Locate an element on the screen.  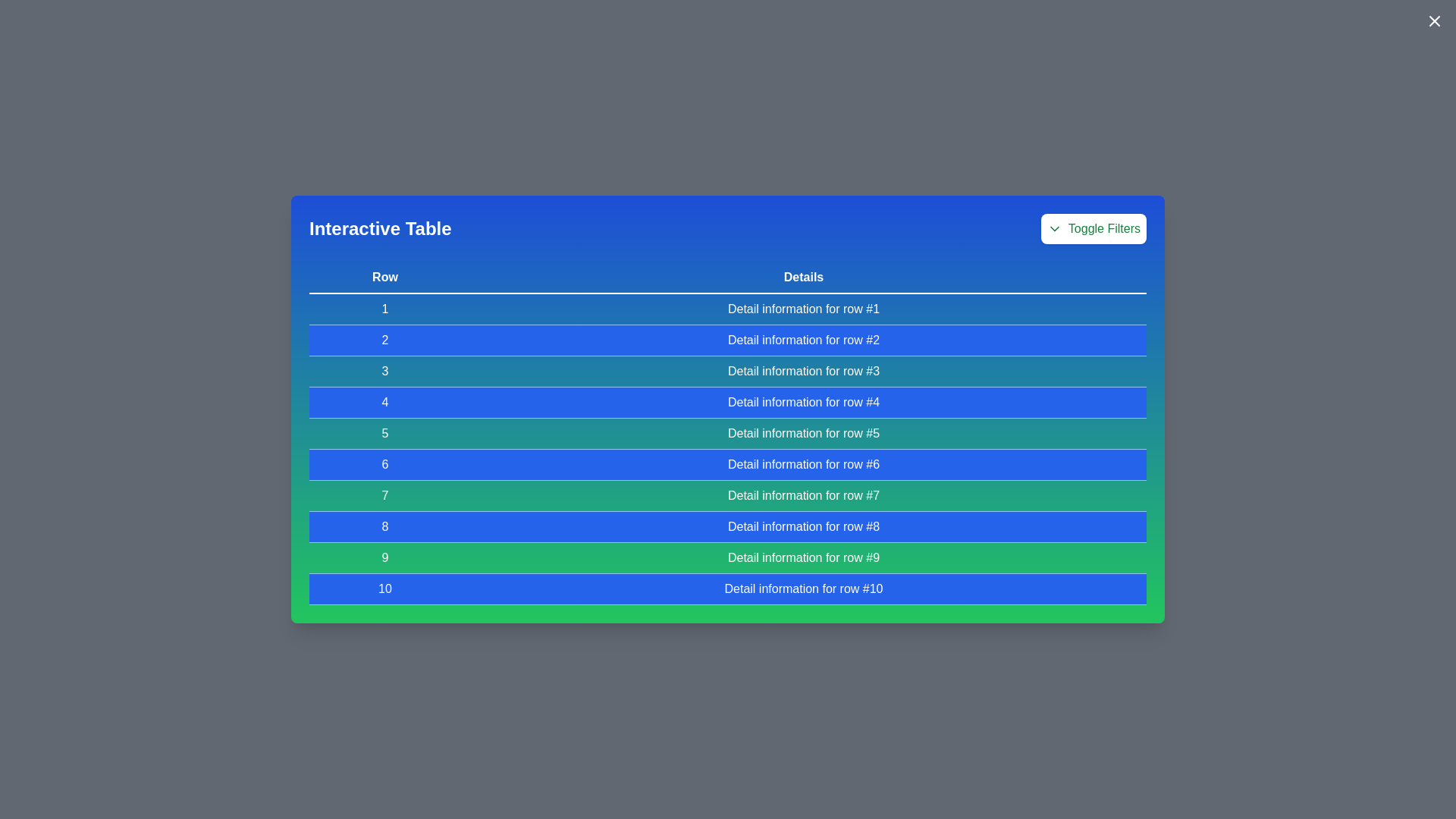
the close button in the top-right corner of the modal to close it is located at coordinates (1433, 20).